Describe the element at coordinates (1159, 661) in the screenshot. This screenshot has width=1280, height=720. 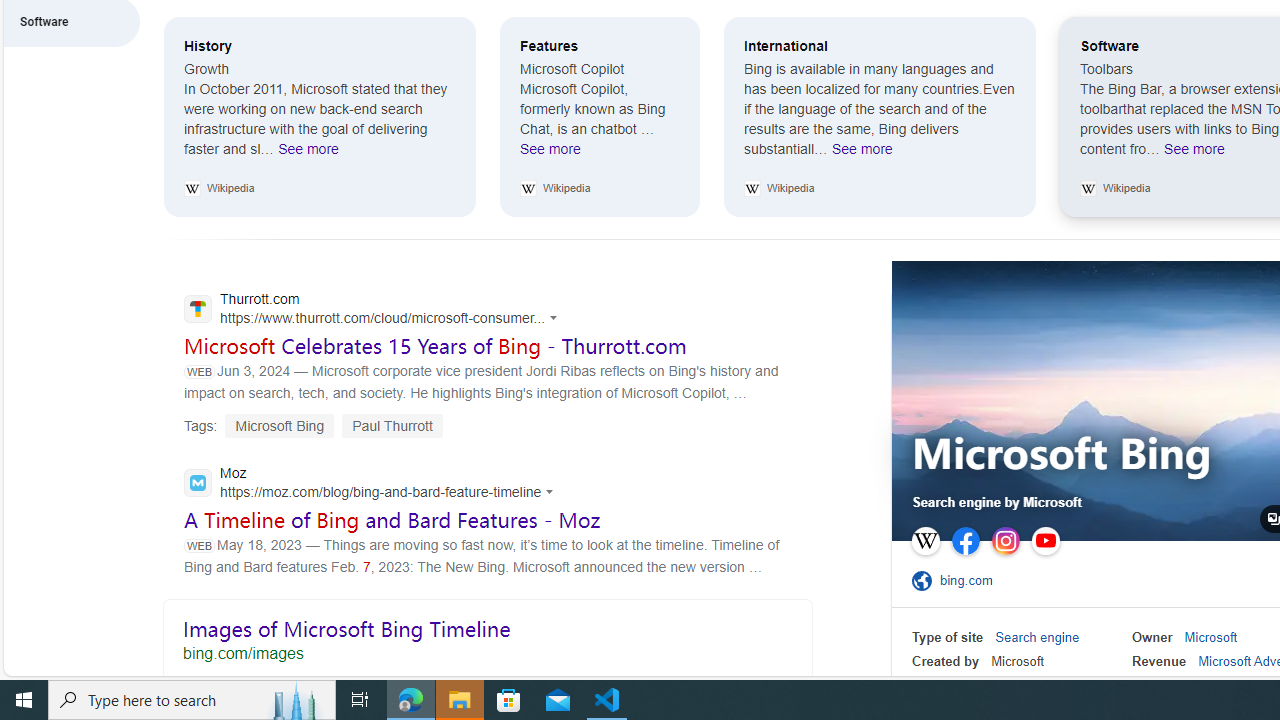
I see `'Revenue'` at that location.